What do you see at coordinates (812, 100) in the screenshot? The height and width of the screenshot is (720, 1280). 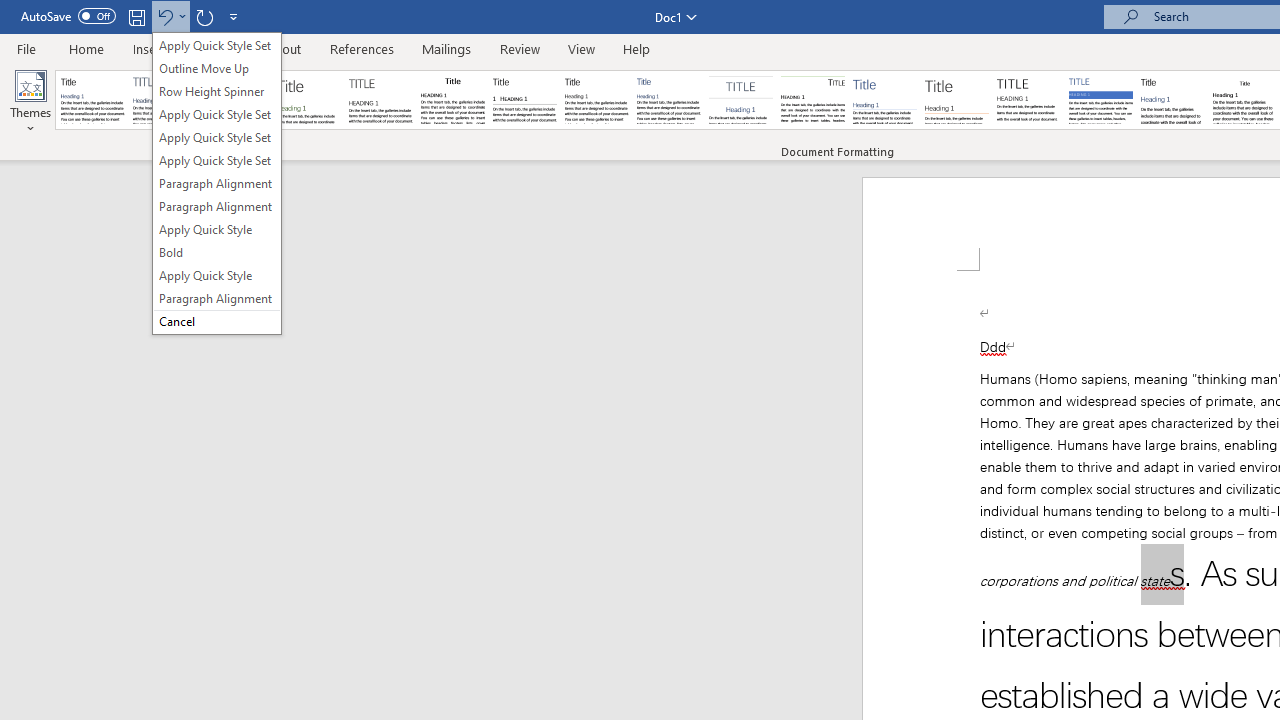 I see `'Lines (Distinctive)'` at bounding box center [812, 100].